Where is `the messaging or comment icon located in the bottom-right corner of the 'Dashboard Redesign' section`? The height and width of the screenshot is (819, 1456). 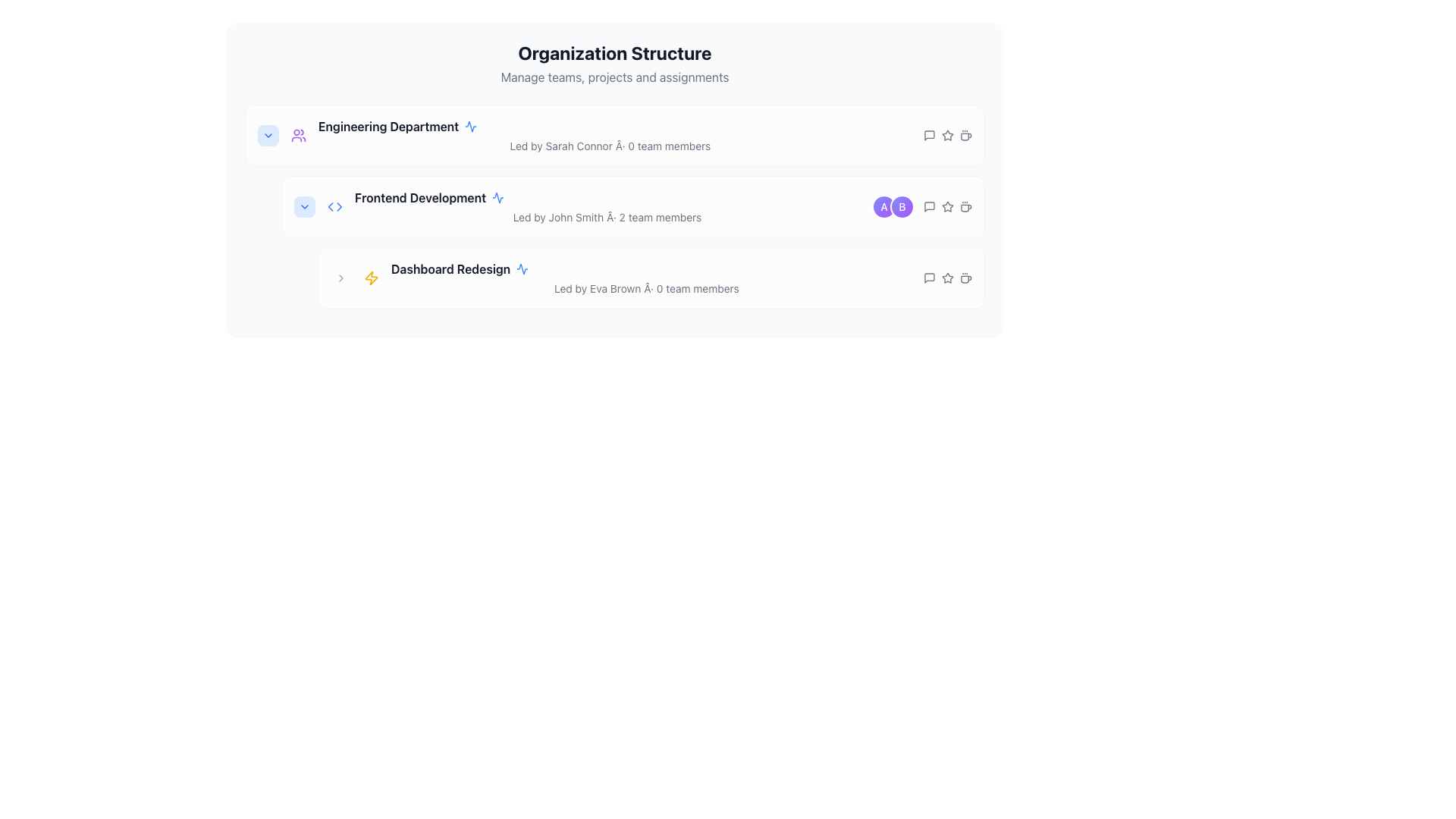 the messaging or comment icon located in the bottom-right corner of the 'Dashboard Redesign' section is located at coordinates (928, 278).